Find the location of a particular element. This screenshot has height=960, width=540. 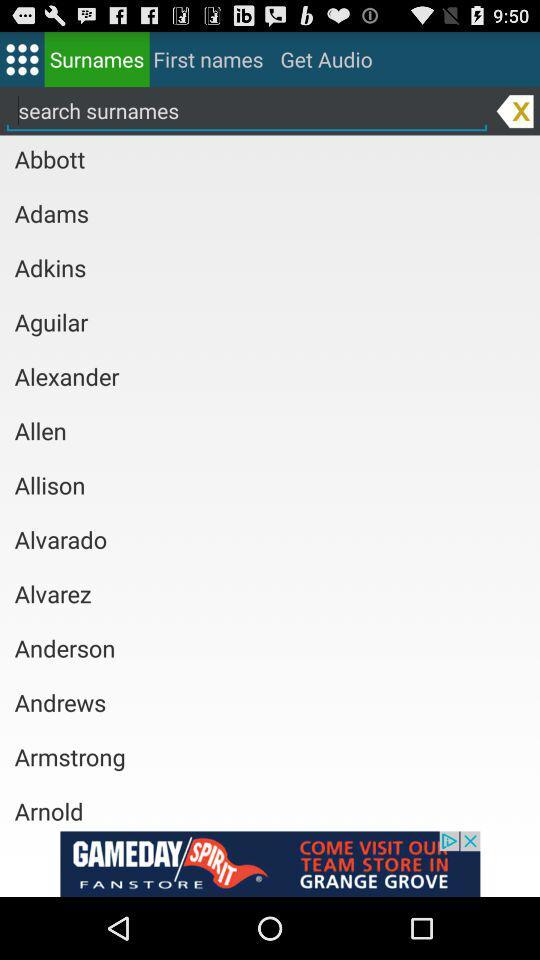

the dialpad icon is located at coordinates (21, 63).